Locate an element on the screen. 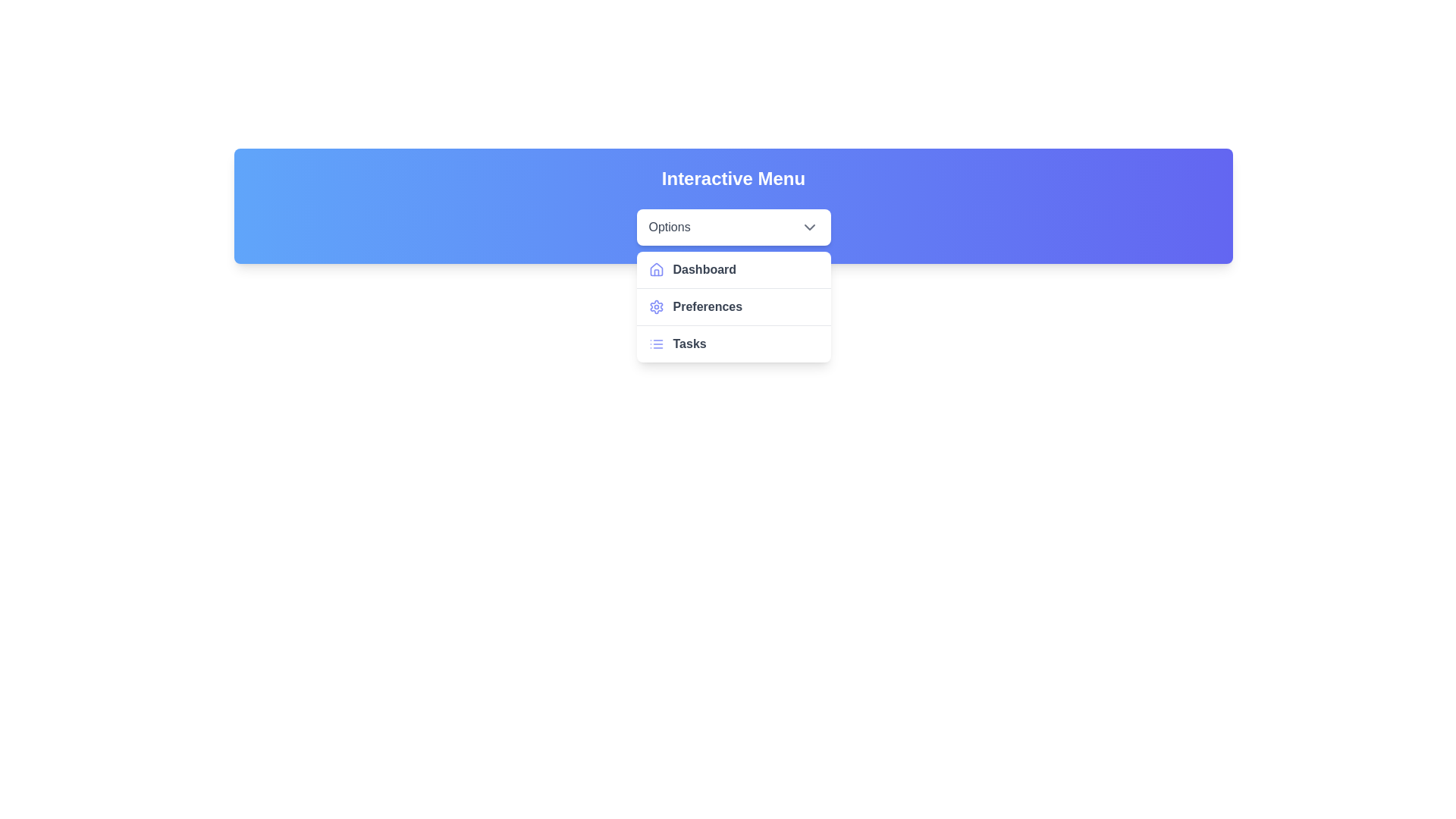 This screenshot has height=819, width=1456. the 'Options' dropdown menu is located at coordinates (733, 227).